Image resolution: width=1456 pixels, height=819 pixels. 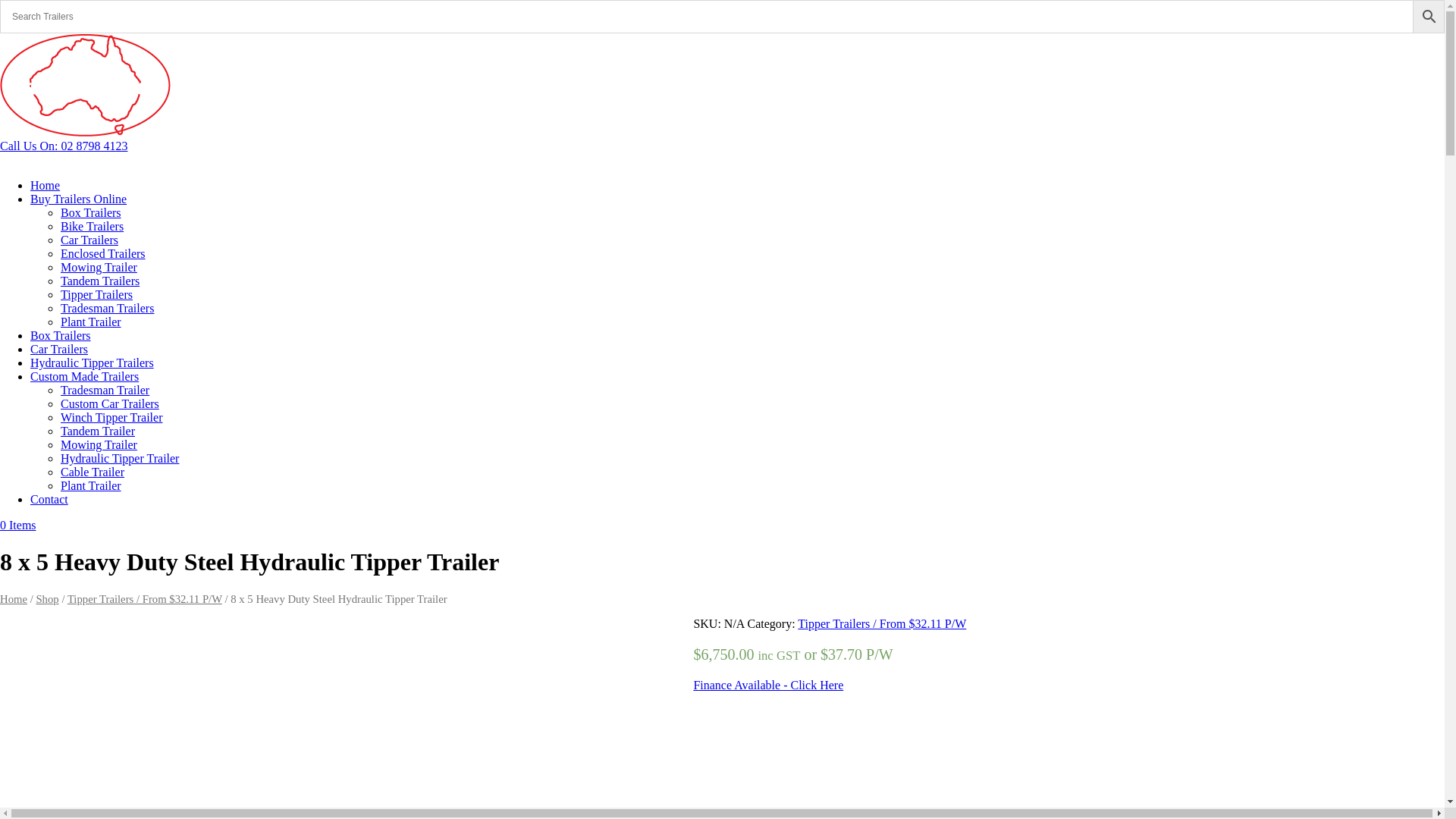 I want to click on 'Cable Trailer', so click(x=61, y=471).